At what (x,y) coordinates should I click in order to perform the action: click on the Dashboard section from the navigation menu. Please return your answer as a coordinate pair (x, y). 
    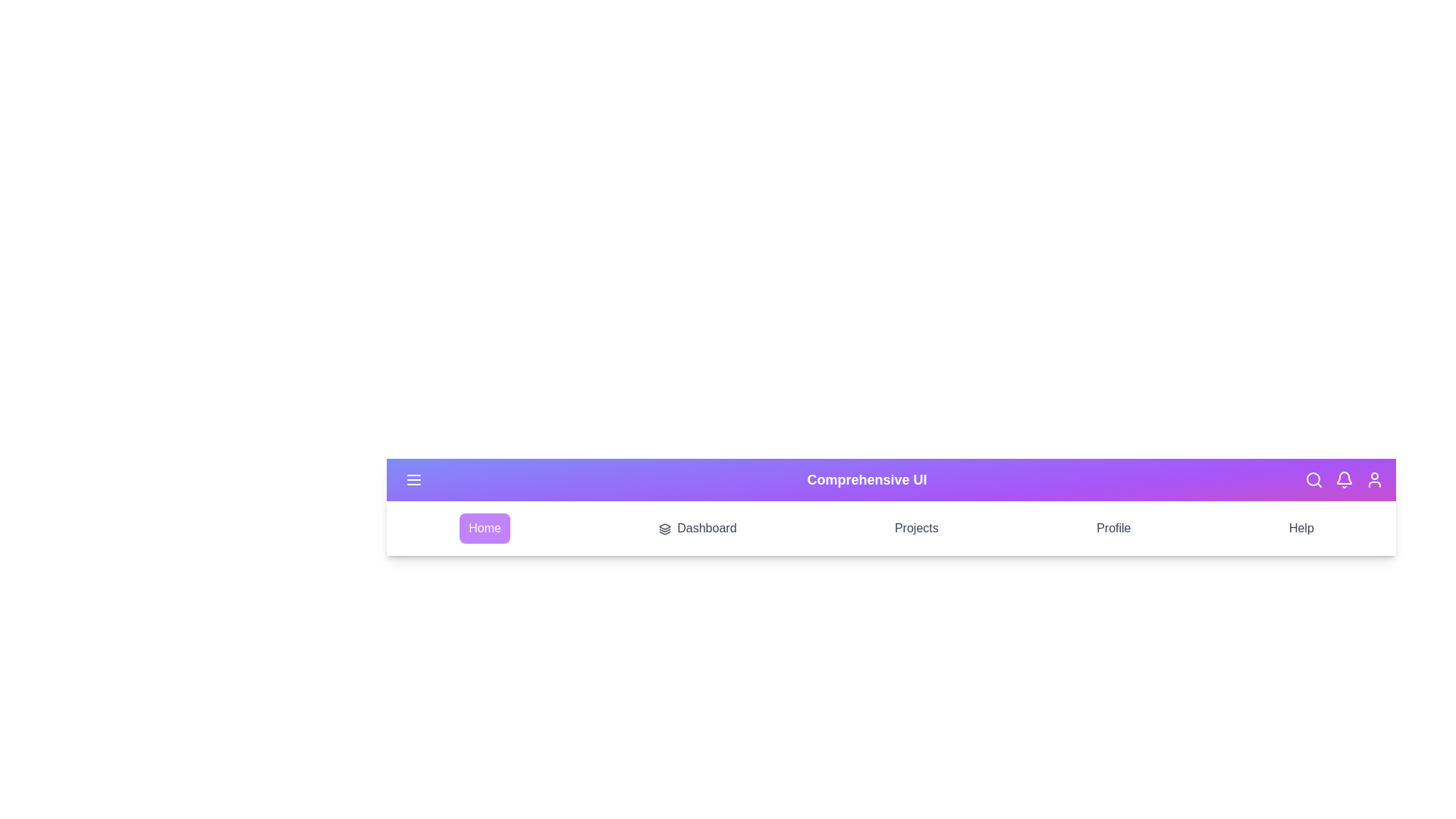
    Looking at the image, I should click on (697, 528).